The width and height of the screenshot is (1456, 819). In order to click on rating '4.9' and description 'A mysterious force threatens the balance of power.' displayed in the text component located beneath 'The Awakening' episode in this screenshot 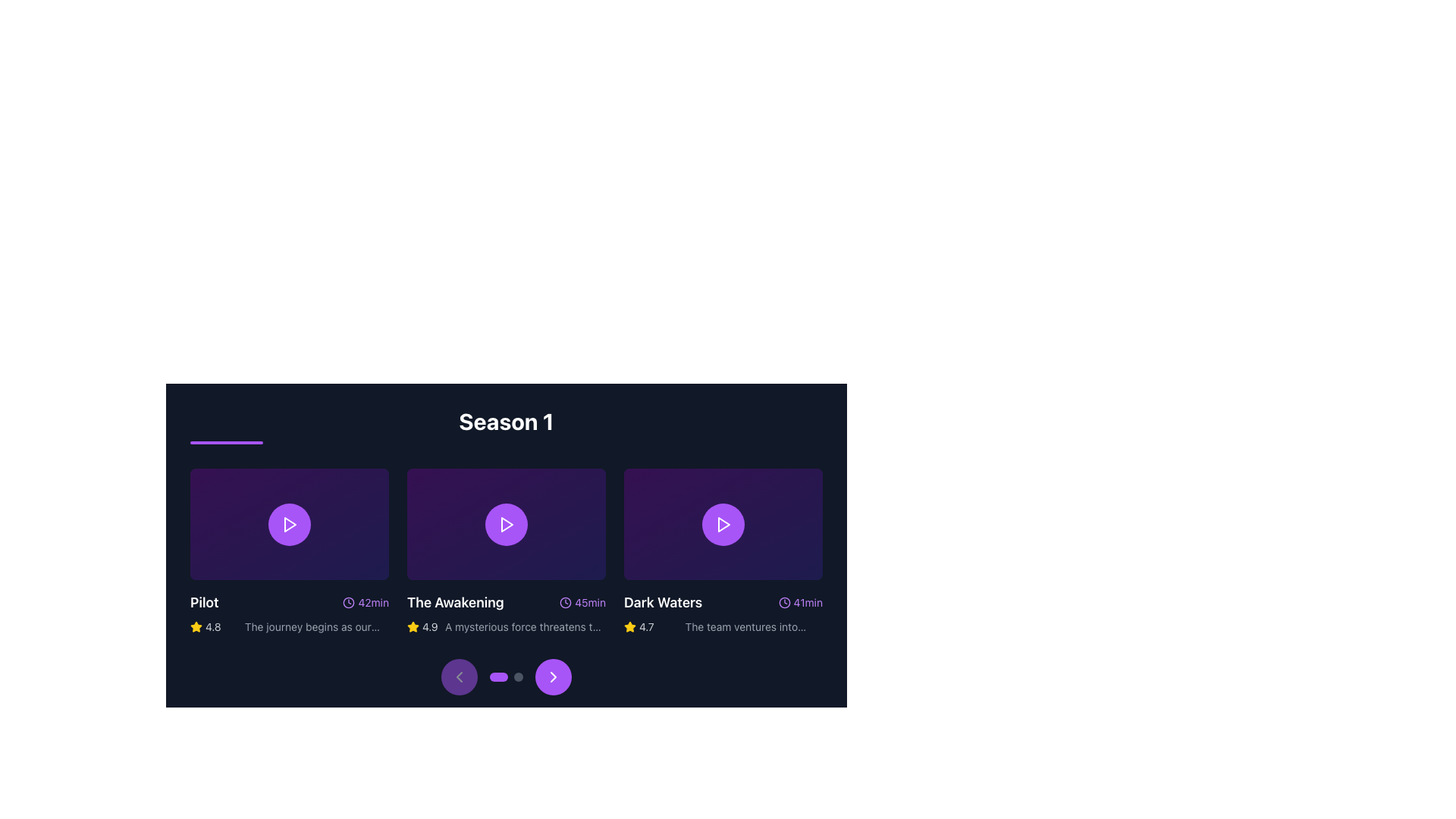, I will do `click(506, 626)`.